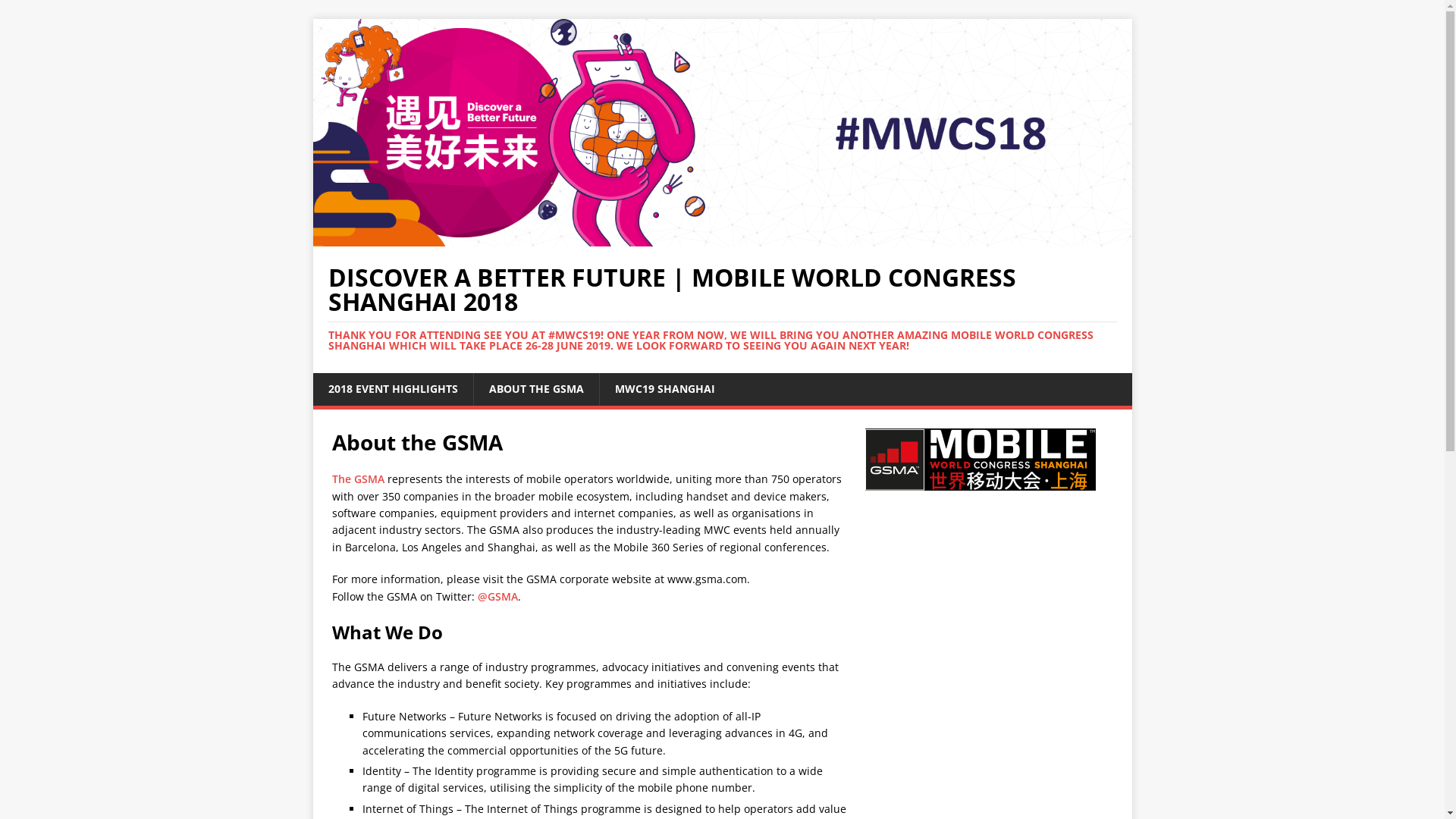  I want to click on 'MWC19 SHANGHAI', so click(598, 388).